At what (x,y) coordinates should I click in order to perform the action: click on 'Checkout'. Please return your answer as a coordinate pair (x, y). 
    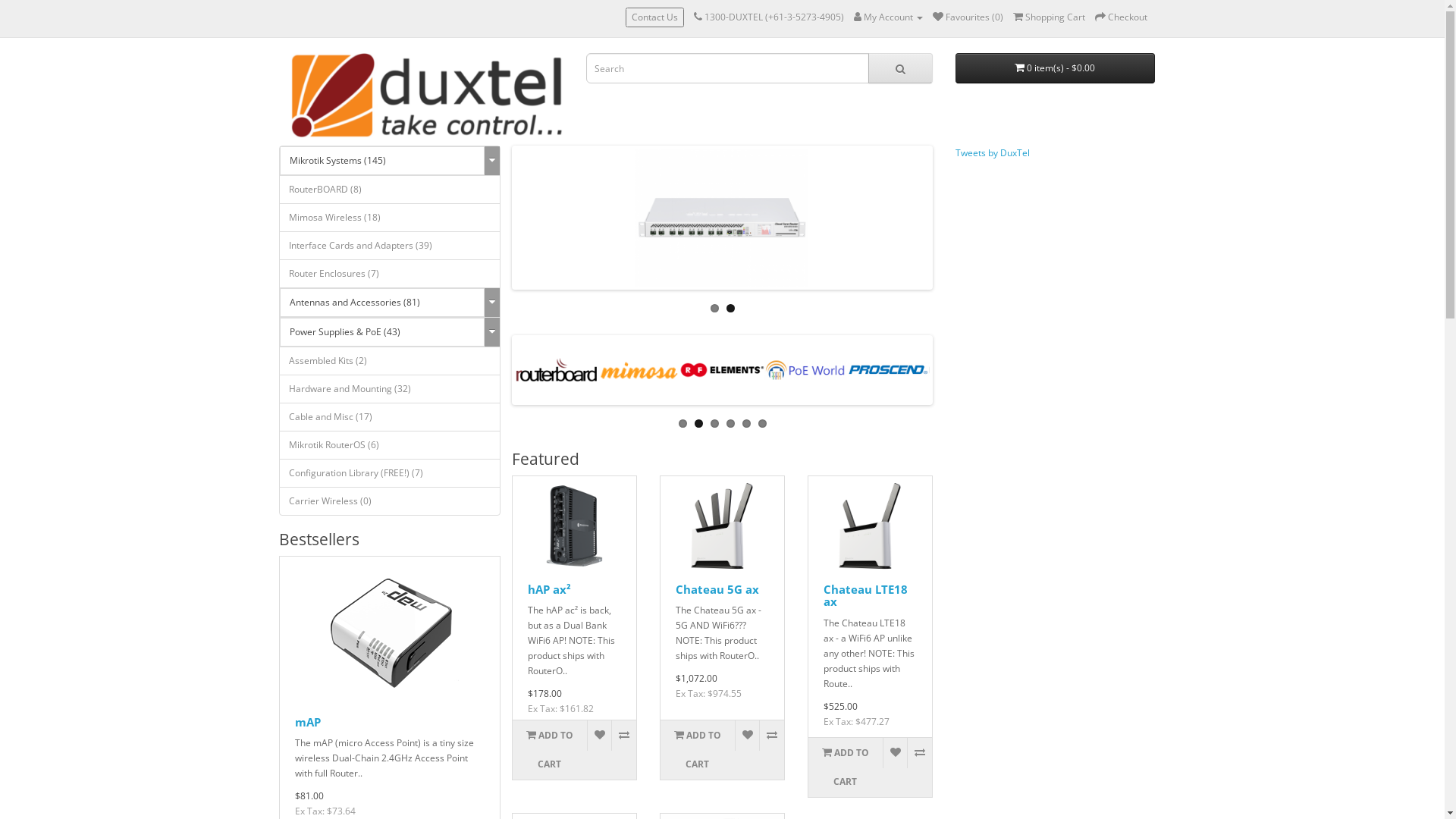
    Looking at the image, I should click on (1121, 17).